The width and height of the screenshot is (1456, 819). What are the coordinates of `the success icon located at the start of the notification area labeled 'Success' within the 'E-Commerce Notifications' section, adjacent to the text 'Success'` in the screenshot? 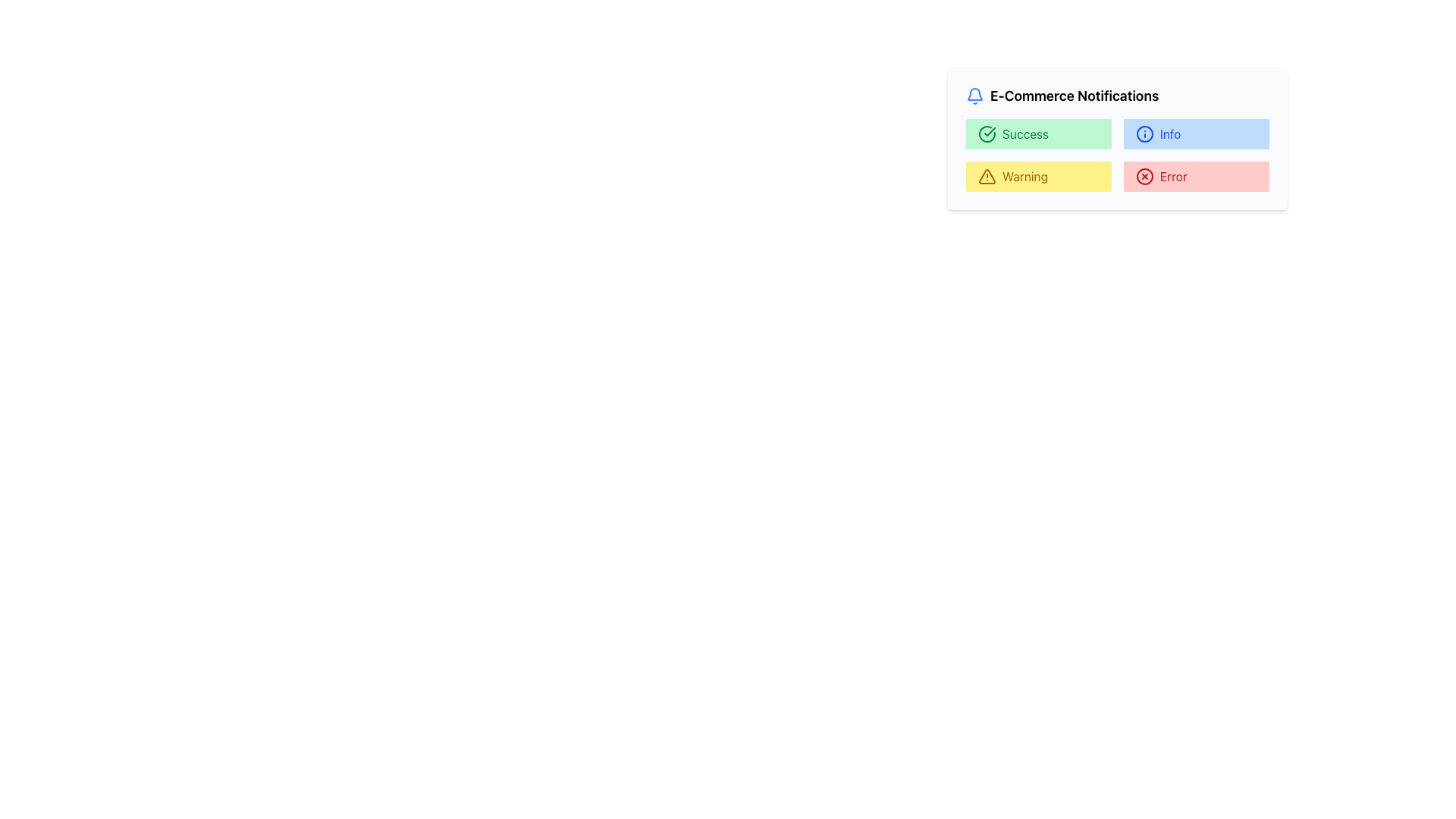 It's located at (987, 133).